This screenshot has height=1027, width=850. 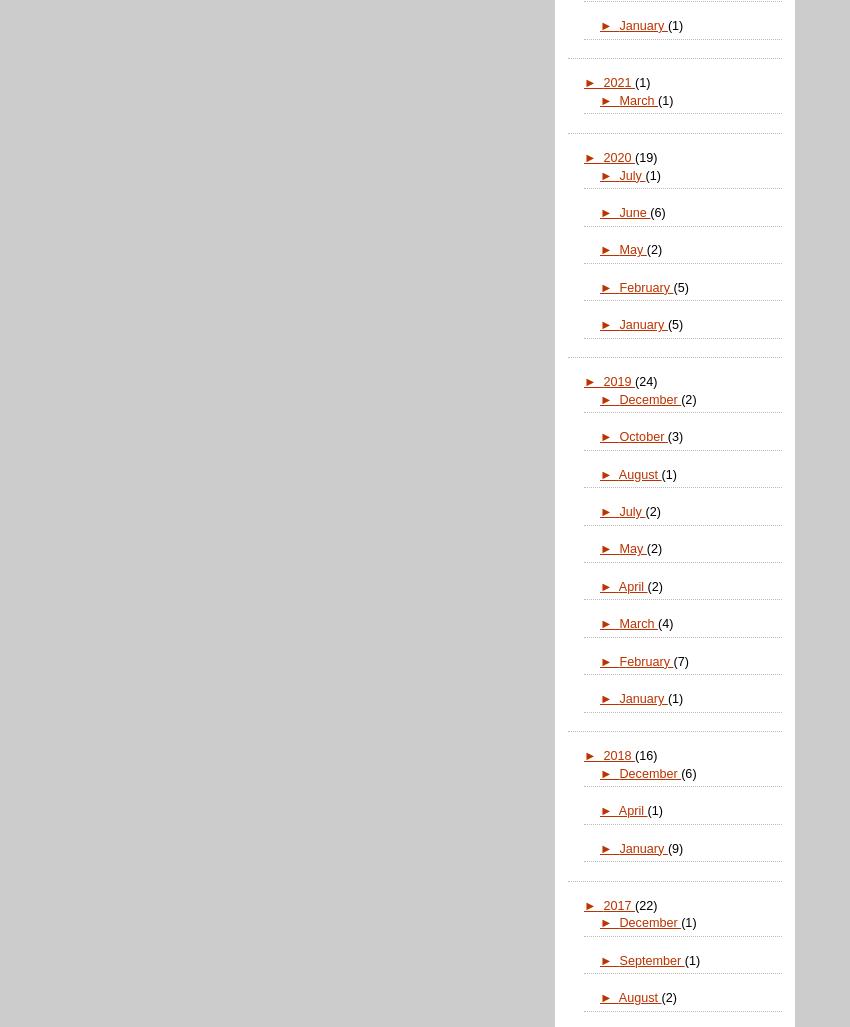 What do you see at coordinates (665, 624) in the screenshot?
I see `'(4)'` at bounding box center [665, 624].